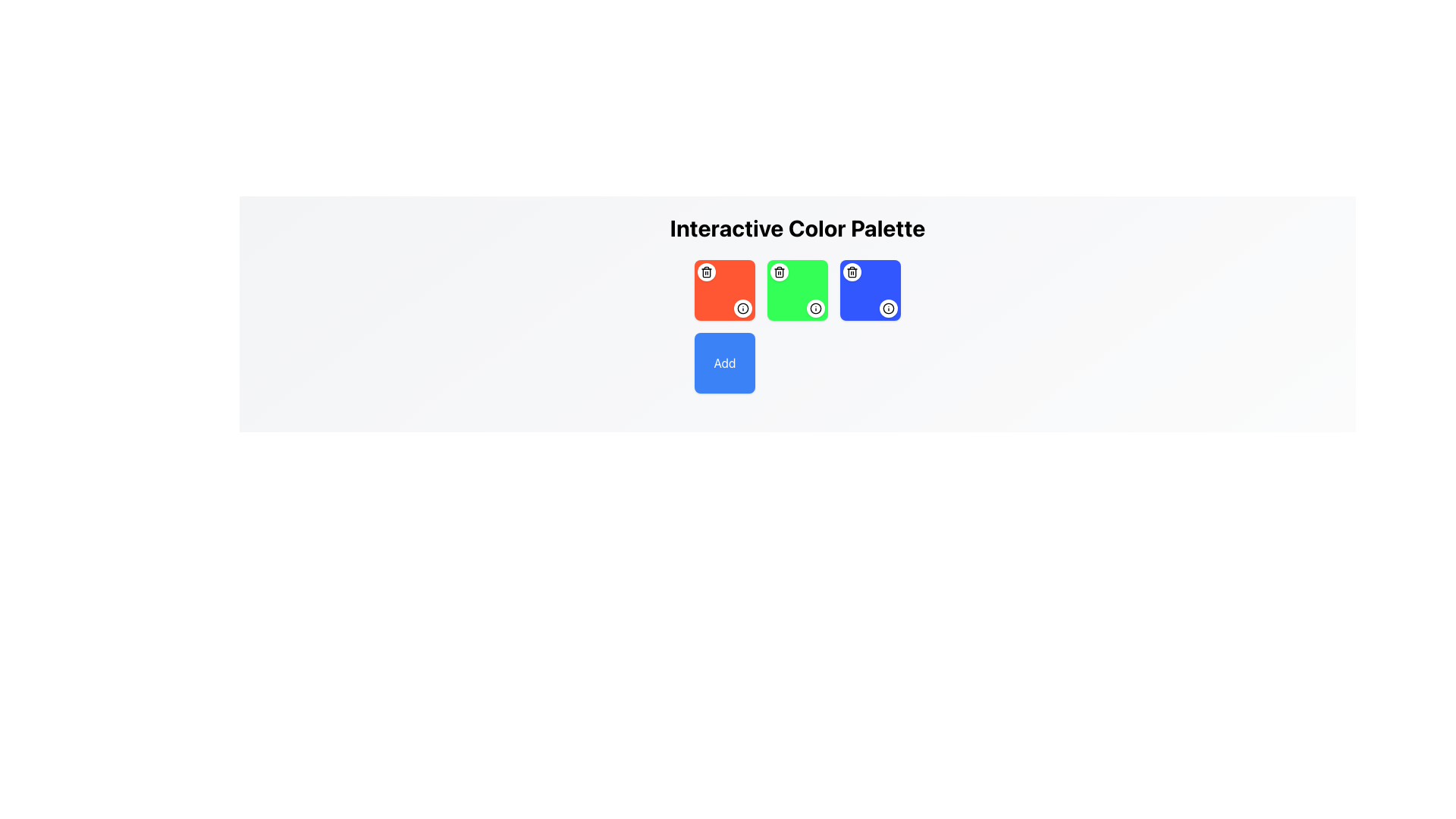 The height and width of the screenshot is (819, 1456). Describe the element at coordinates (814, 308) in the screenshot. I see `the small circular button with a white background and black border, located in the bottom-right corner of the green square tile under the 'Interactive Color Palette' header` at that location.